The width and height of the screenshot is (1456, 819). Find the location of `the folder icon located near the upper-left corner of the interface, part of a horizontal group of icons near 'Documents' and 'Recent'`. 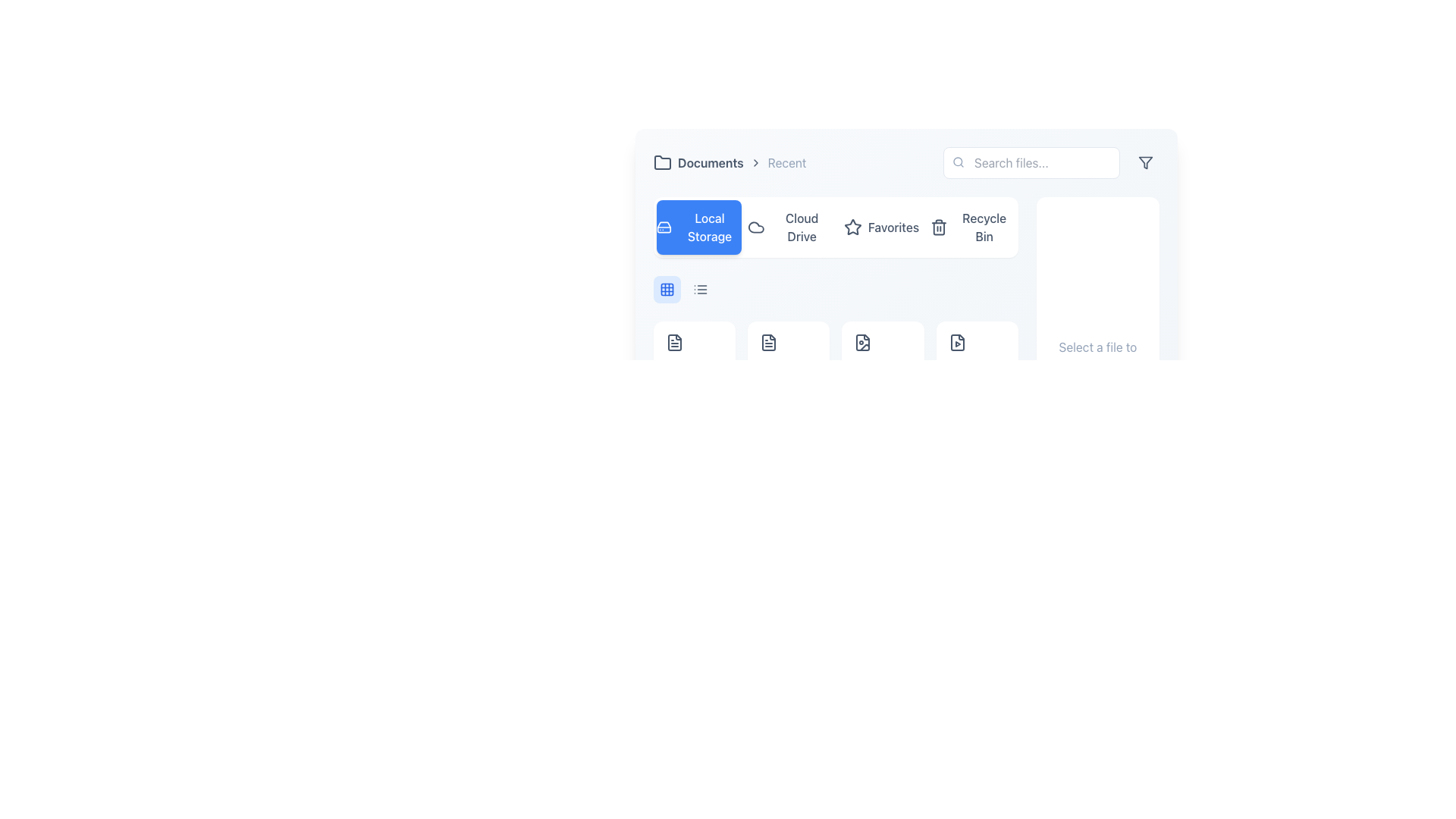

the folder icon located near the upper-left corner of the interface, part of a horizontal group of icons near 'Documents' and 'Recent' is located at coordinates (662, 162).